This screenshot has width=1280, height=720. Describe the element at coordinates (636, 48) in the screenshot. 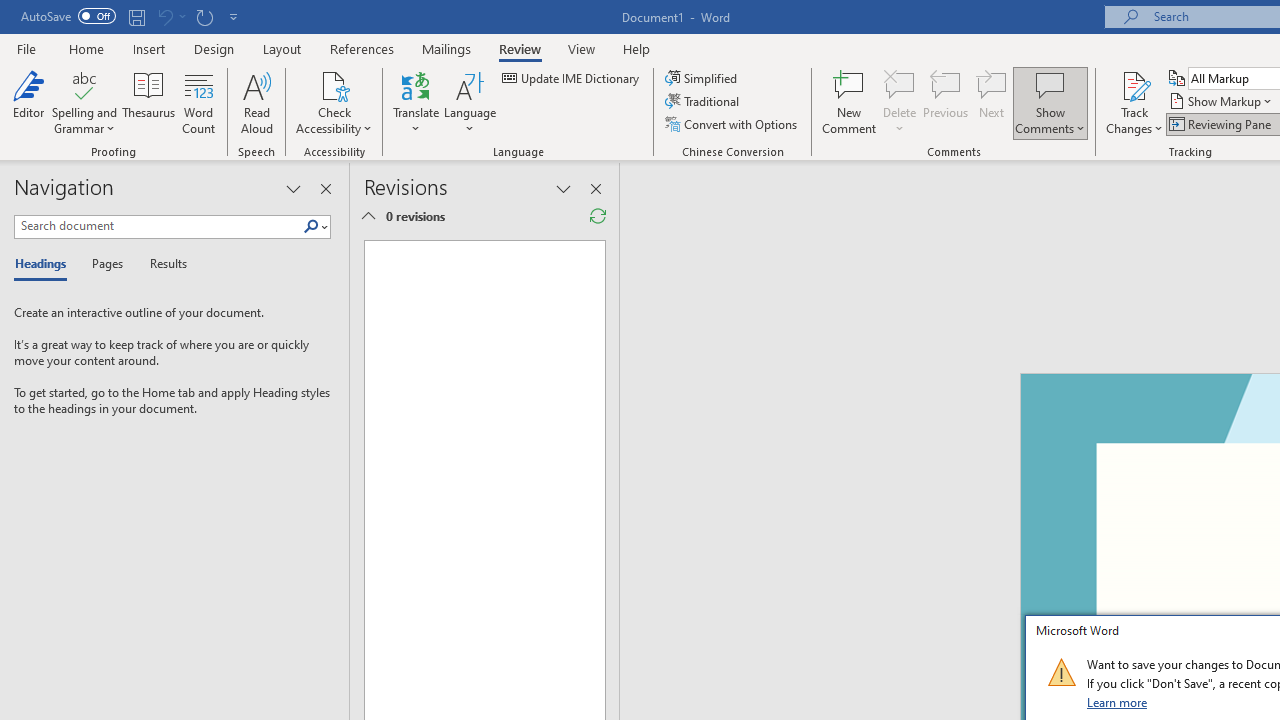

I see `'Help'` at that location.